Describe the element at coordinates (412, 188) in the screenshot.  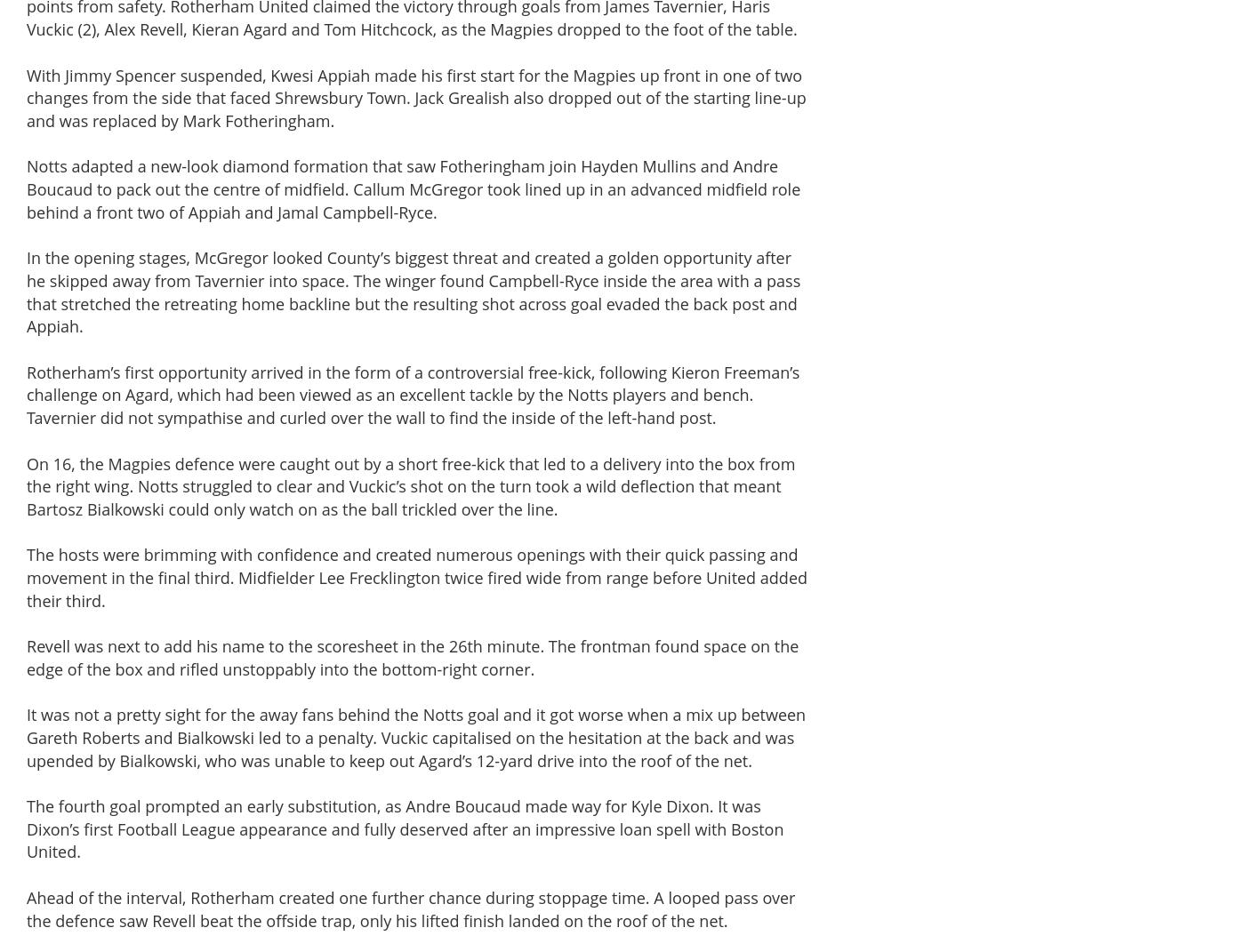
I see `'Notts adapted a new-look diamond formation that saw Fotheringham join Hayden Mullins and Andre Boucaud to pack out the centre of midfield. Callum McGregor took lined up in an advanced midfield role behind a front two of Appiah and Jamal Campbell-Ryce.'` at that location.